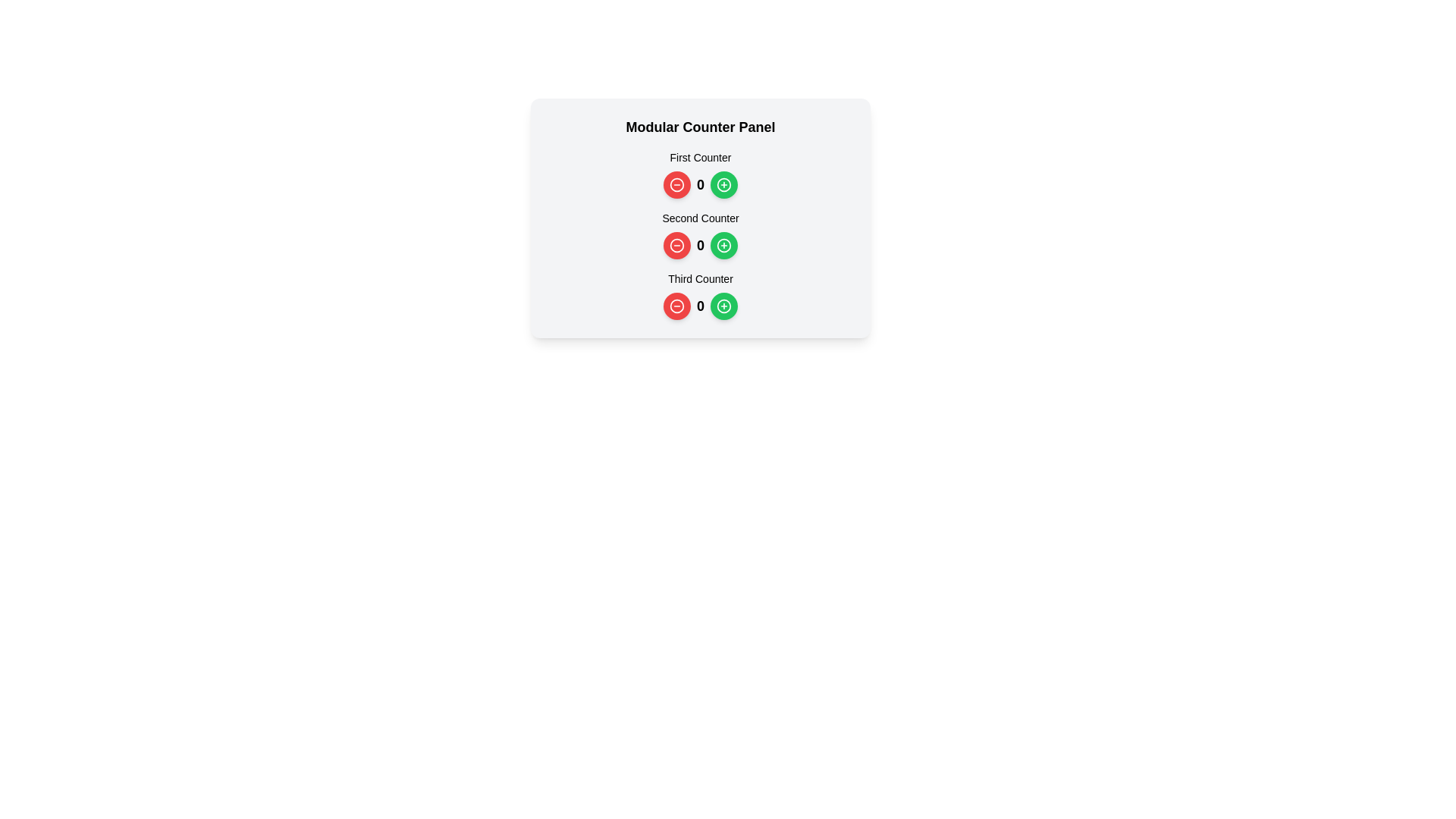 The image size is (1456, 819). Describe the element at coordinates (700, 184) in the screenshot. I see `the numeric display '0' in the 'First Counter' section, which is centrally located between the decrement and increment buttons` at that location.